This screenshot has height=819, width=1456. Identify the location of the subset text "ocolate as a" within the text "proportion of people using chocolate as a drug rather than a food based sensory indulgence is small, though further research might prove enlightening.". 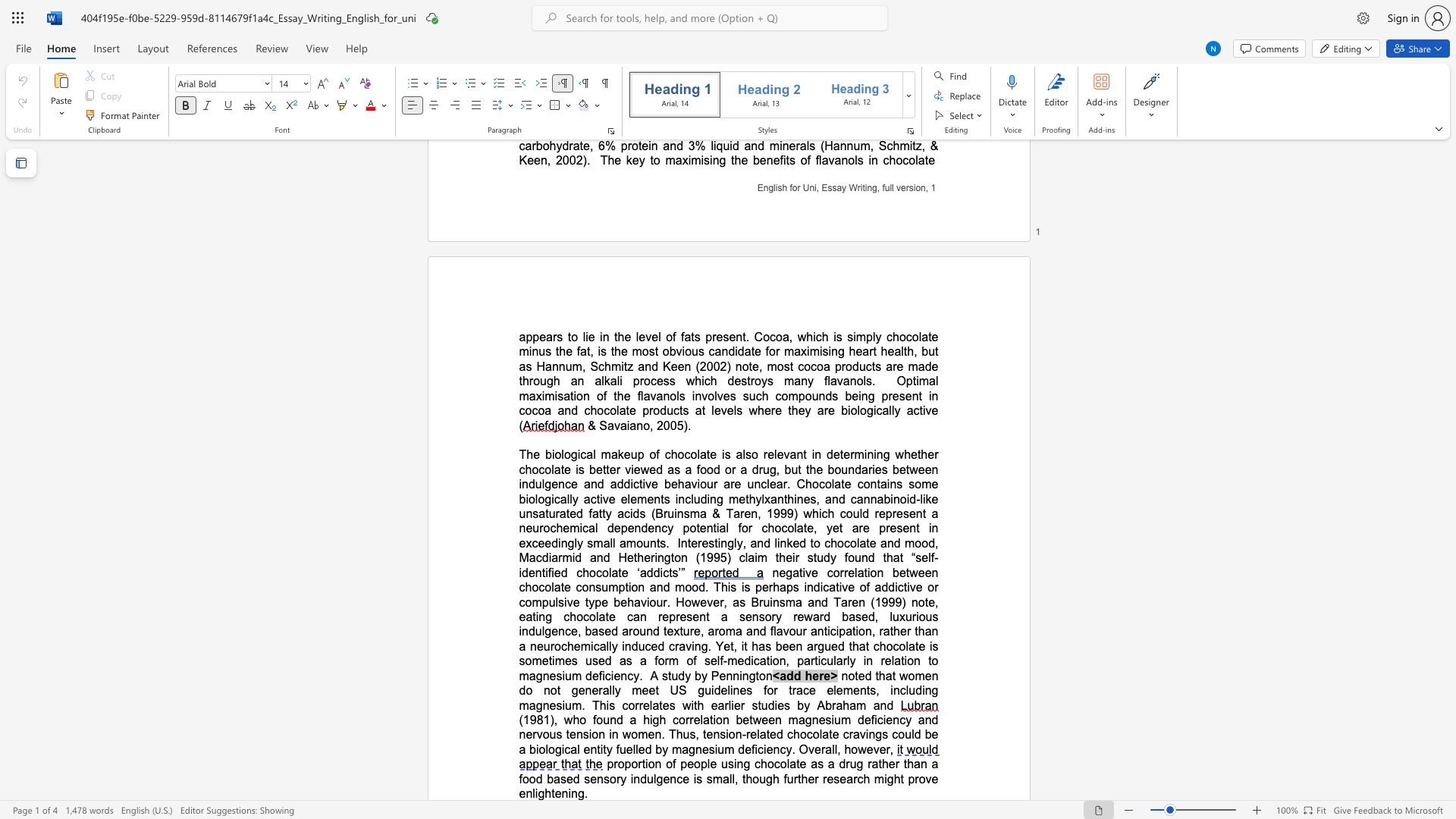
(767, 764).